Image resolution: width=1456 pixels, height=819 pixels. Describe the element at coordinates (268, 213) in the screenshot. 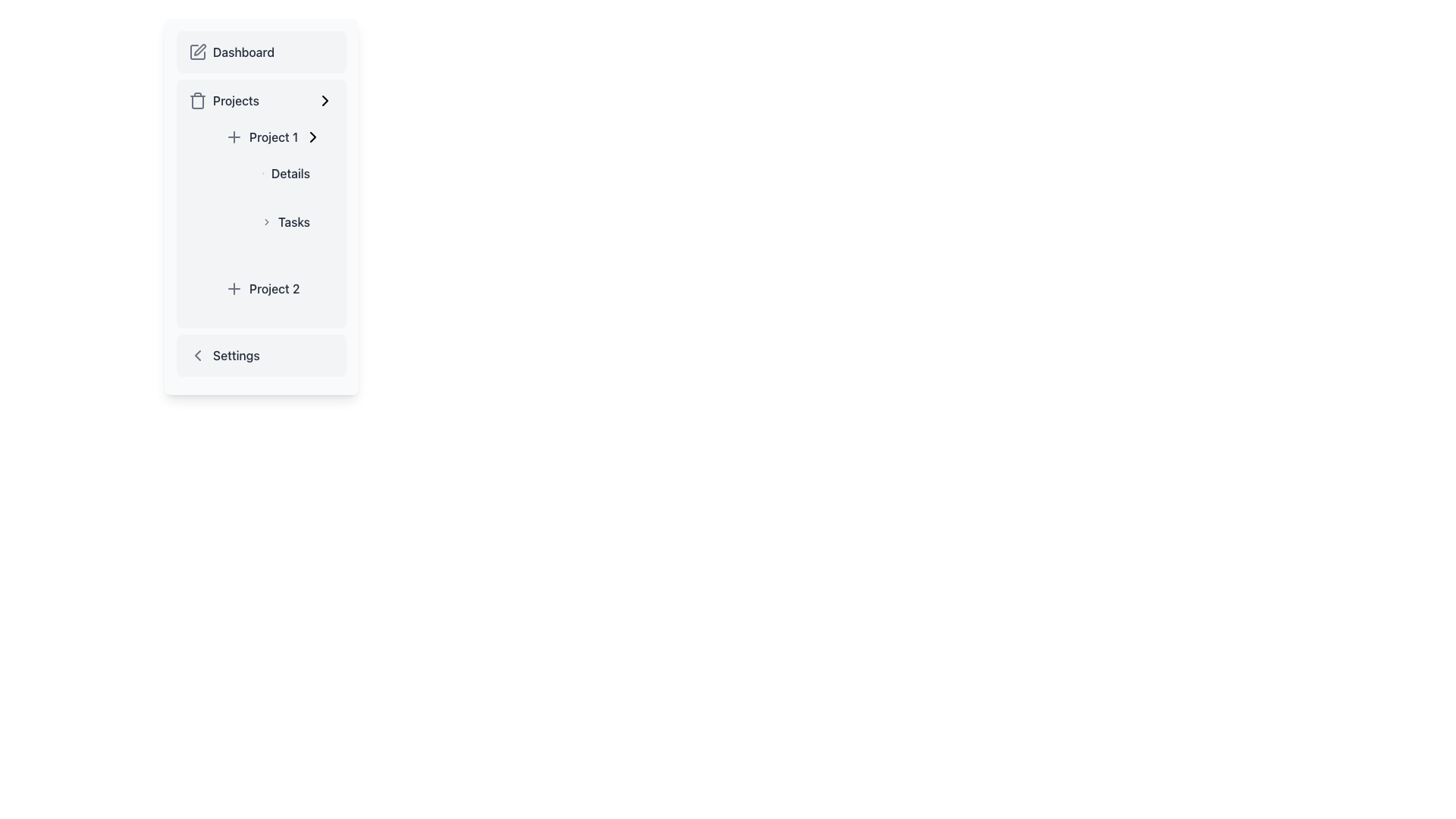

I see `the sub-item within the 'Projects' section` at that location.